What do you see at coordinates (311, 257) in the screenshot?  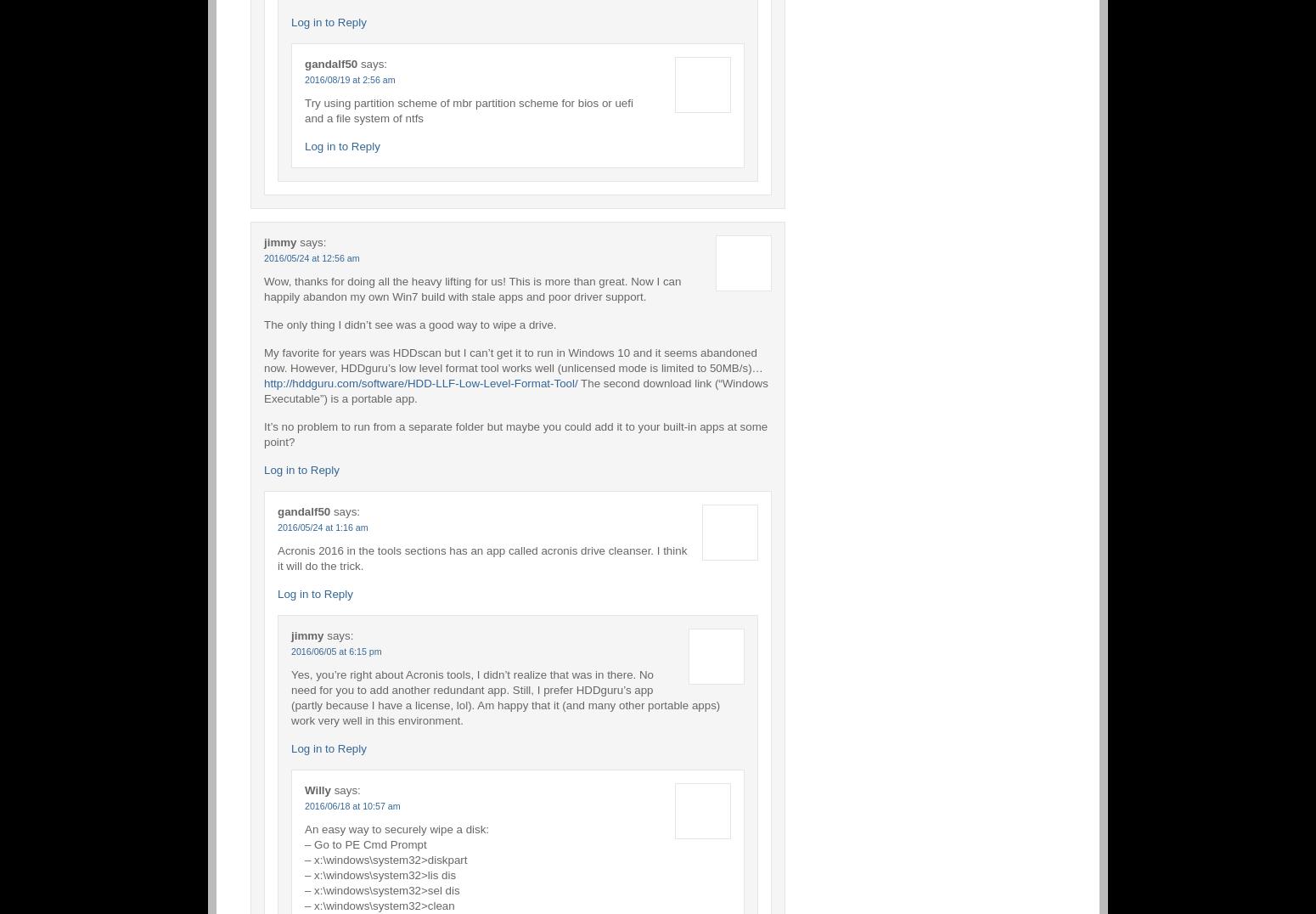 I see `'2016/05/24 at 12:56 am'` at bounding box center [311, 257].